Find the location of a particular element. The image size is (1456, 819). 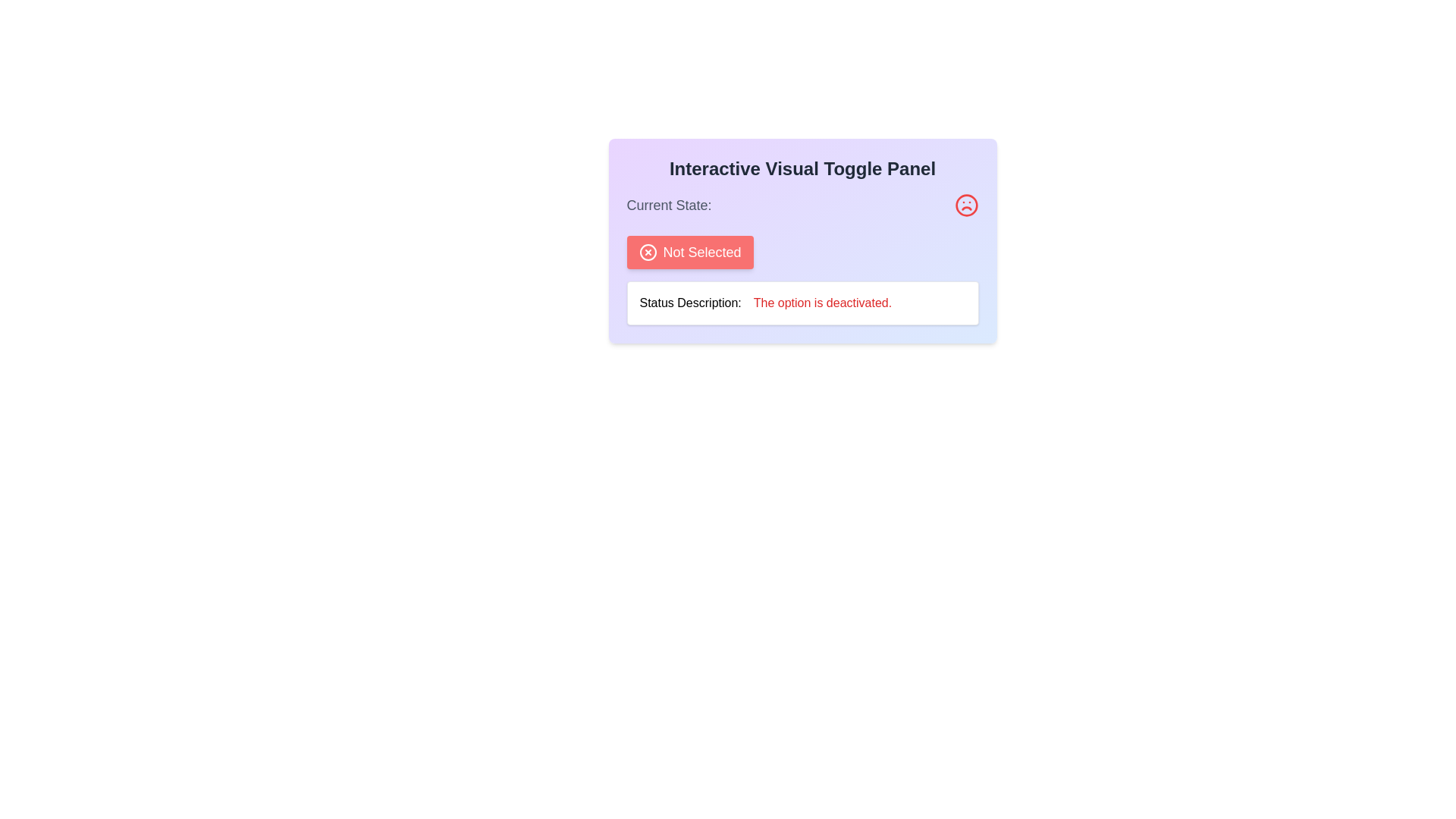

the text label indicating the current status of an option, which is aligned with 'Status Description:' in the 'Interactive Visual Toggle Panel.' is located at coordinates (821, 303).